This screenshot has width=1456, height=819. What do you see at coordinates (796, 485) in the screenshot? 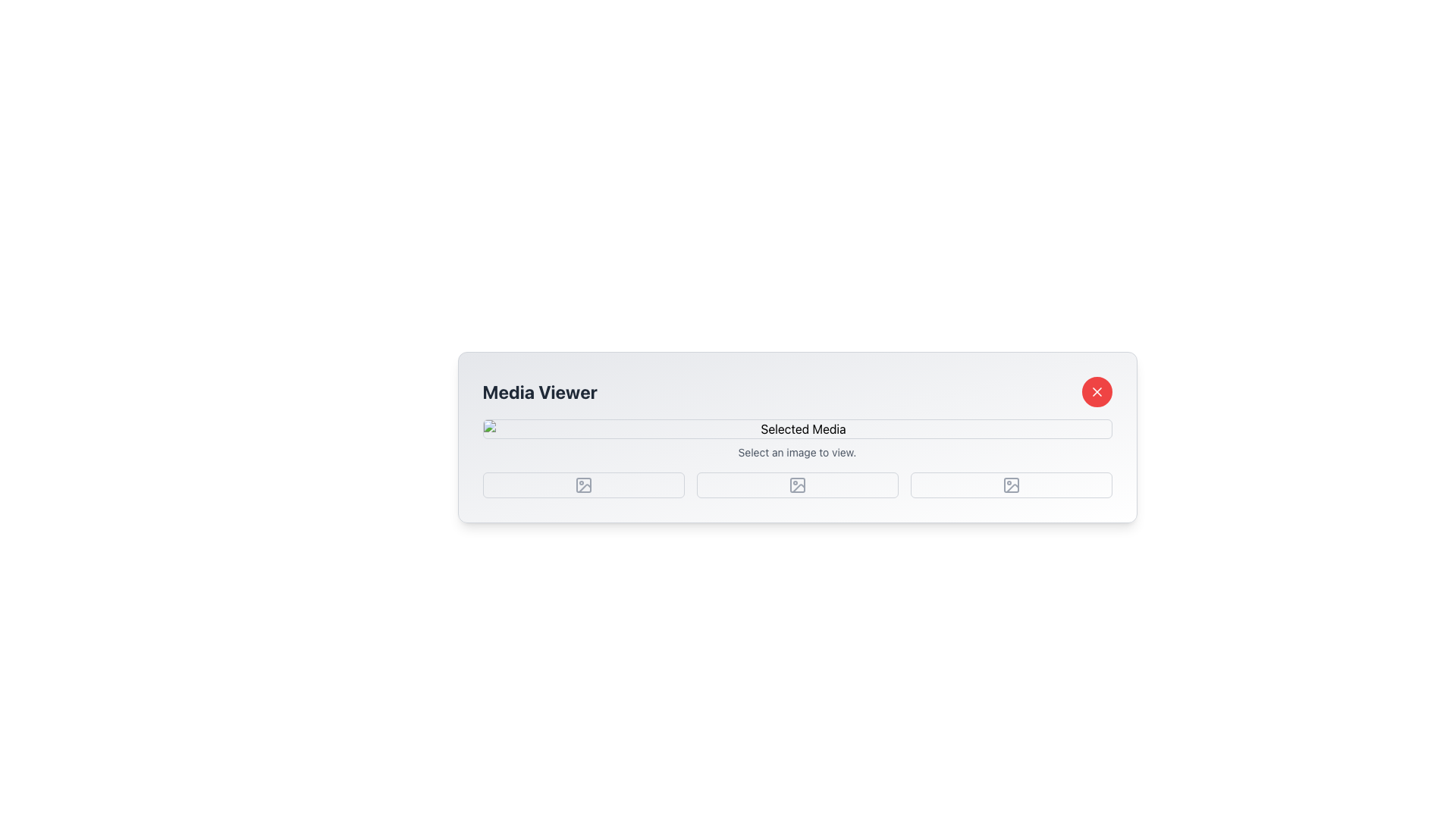
I see `the picture frame icon with a gray border located in the middle of five image-related icons in the 'Selected Media' section` at bounding box center [796, 485].